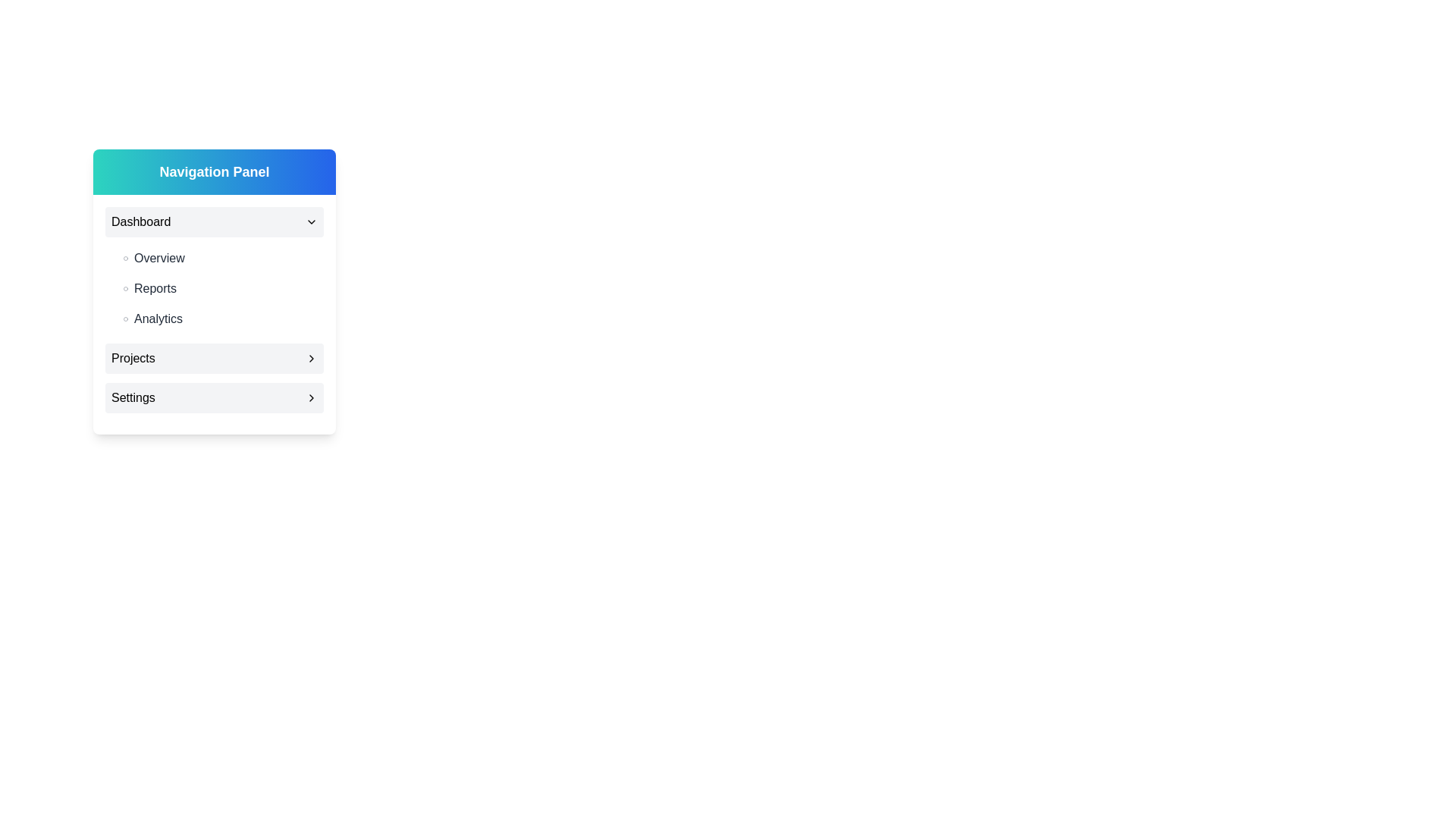 This screenshot has height=819, width=1456. I want to click on the fourth clickable navigation menu item labeled 'Projects' in the sidebar, so click(214, 359).